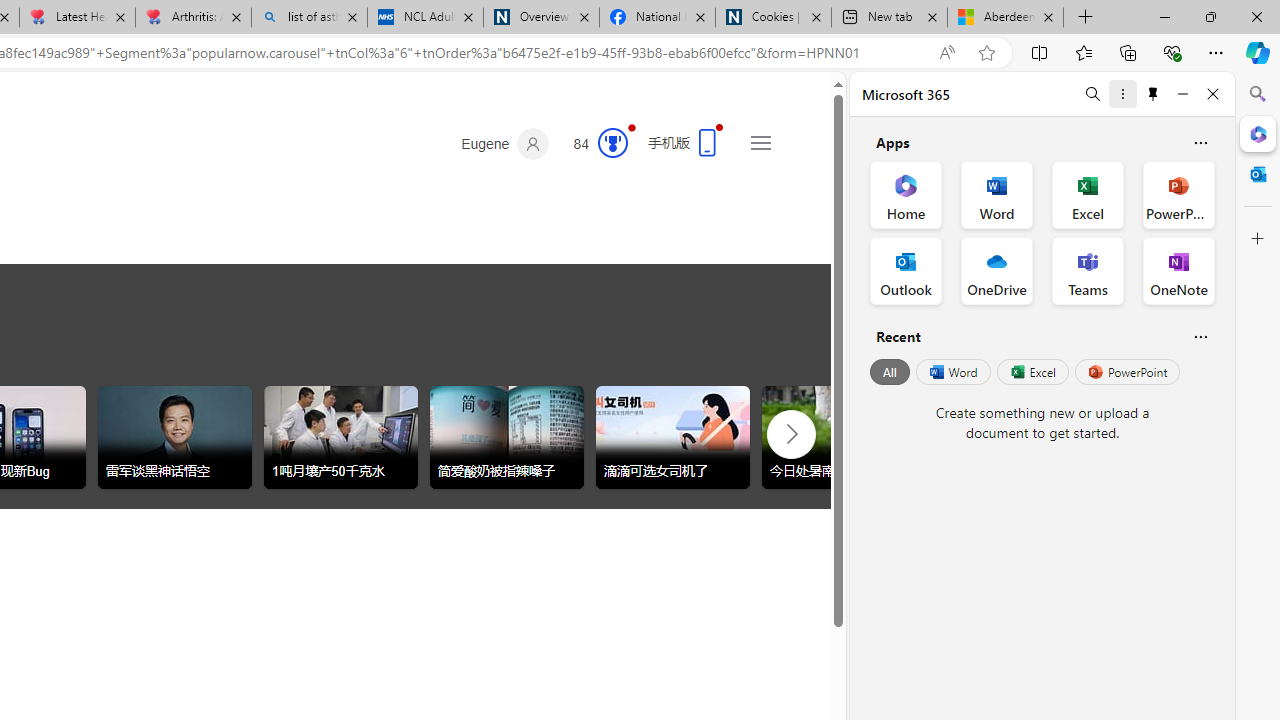  I want to click on 'Home Office App', so click(905, 195).